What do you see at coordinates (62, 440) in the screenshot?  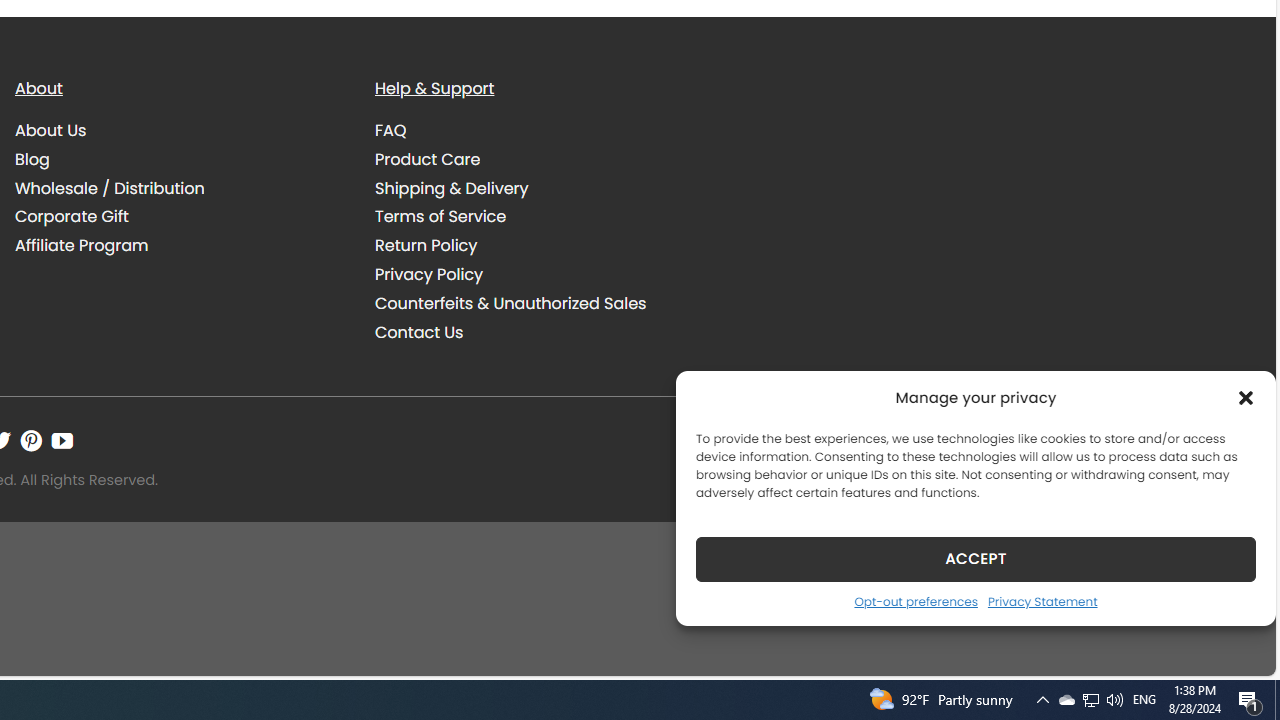 I see `'Follow on YouTube'` at bounding box center [62, 440].